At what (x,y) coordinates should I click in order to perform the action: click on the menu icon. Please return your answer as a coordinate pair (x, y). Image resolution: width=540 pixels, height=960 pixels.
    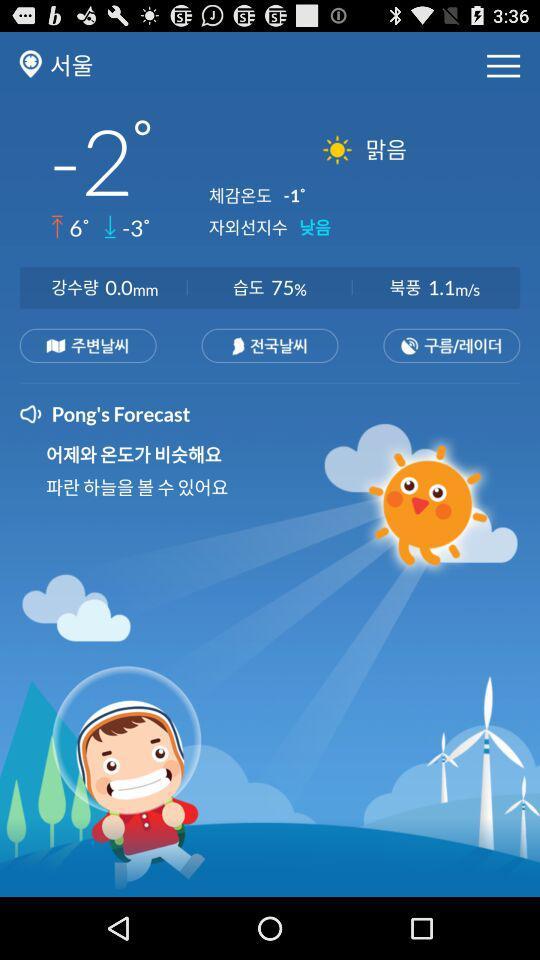
    Looking at the image, I should click on (502, 70).